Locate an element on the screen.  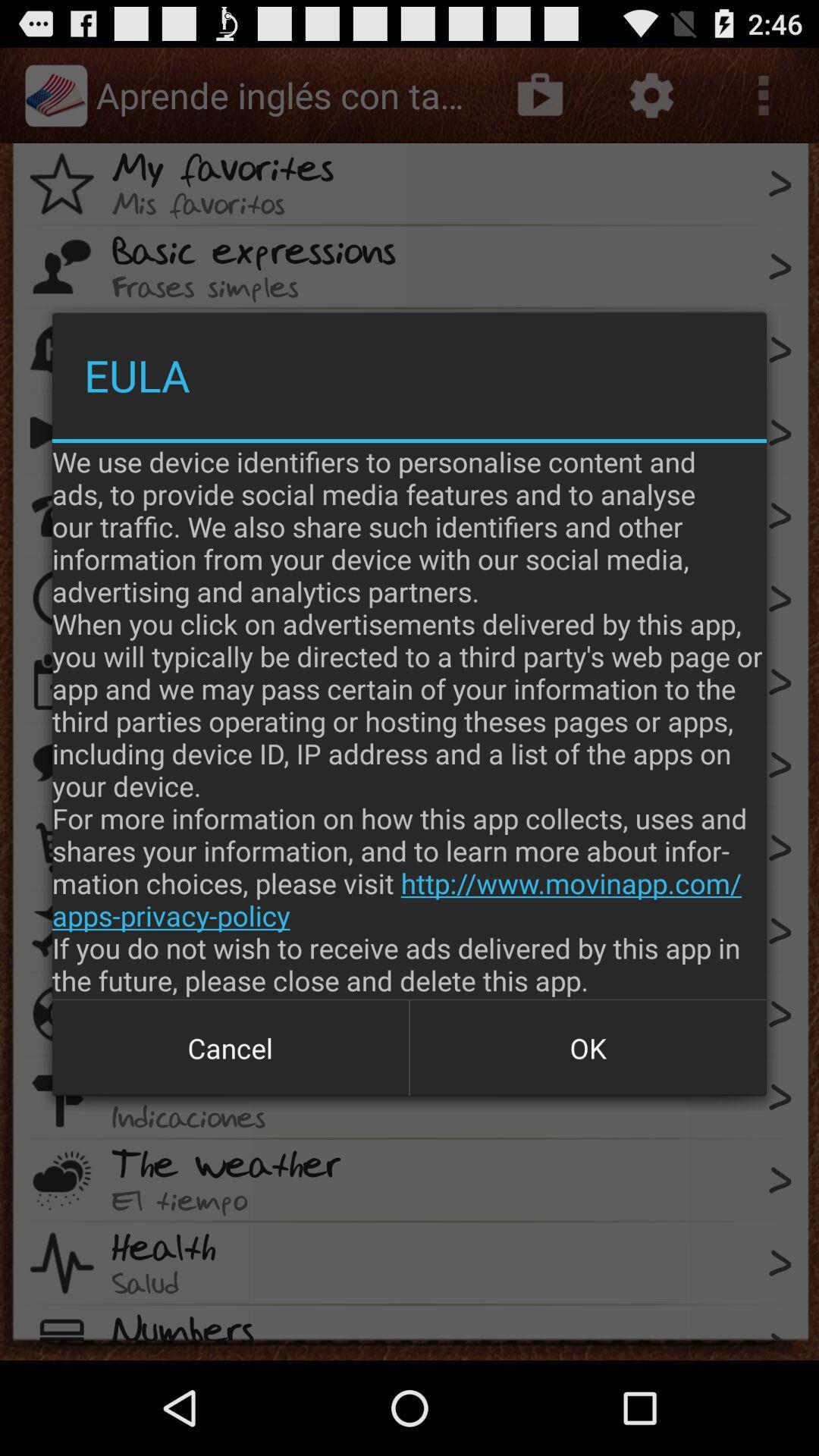
button to the left of the ok item is located at coordinates (231, 1047).